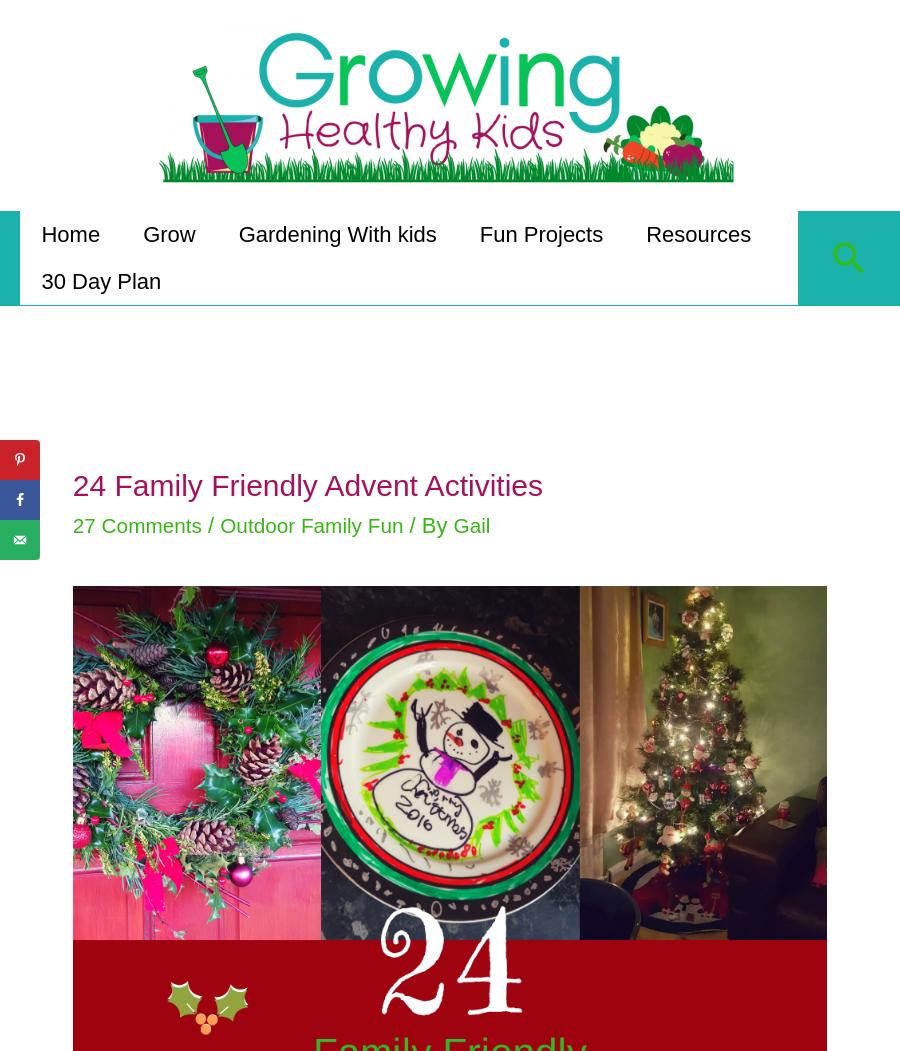  I want to click on 'Pinterest', so click(74, 459).